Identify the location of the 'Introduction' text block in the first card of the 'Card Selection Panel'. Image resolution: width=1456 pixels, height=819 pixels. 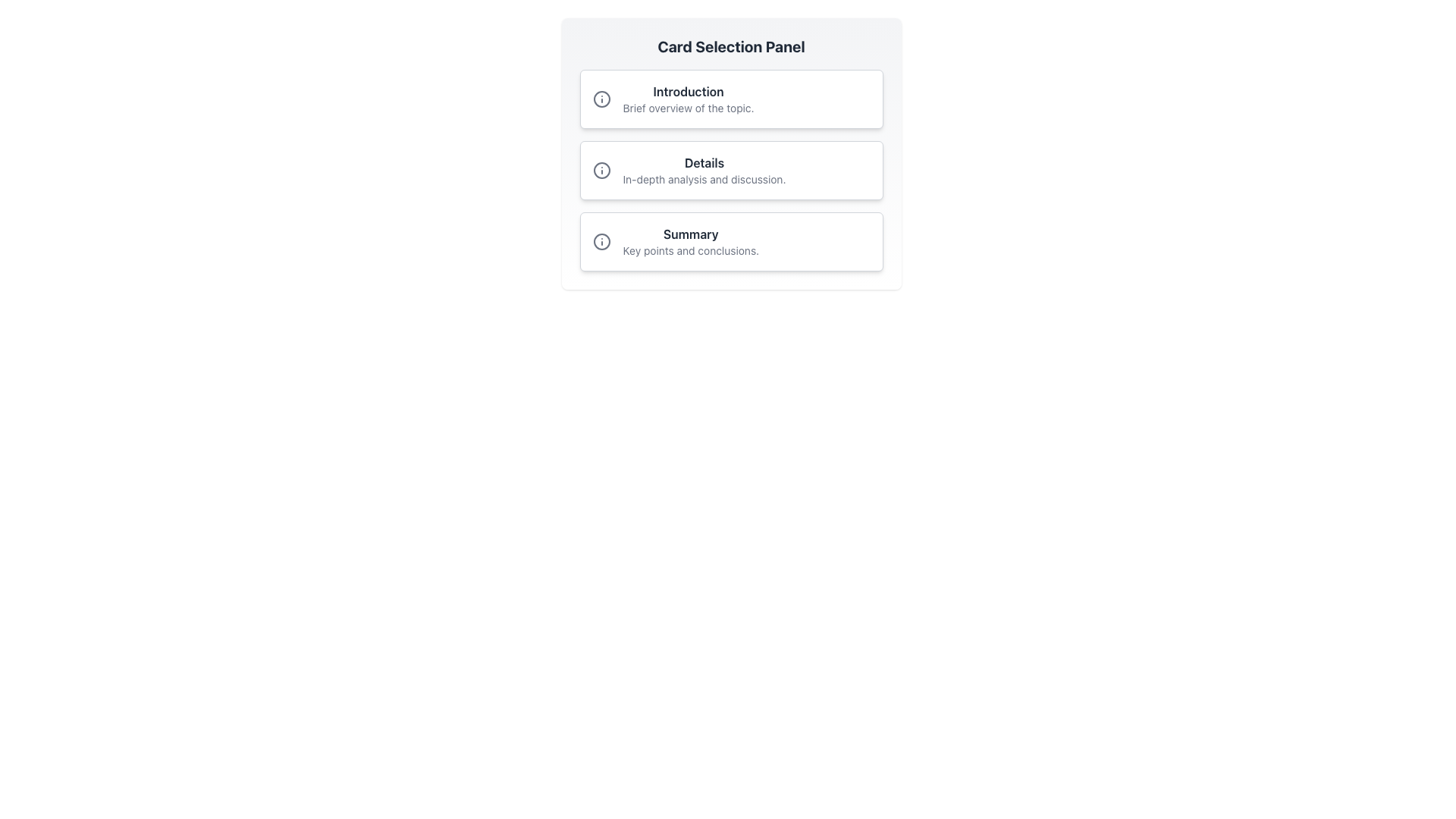
(687, 99).